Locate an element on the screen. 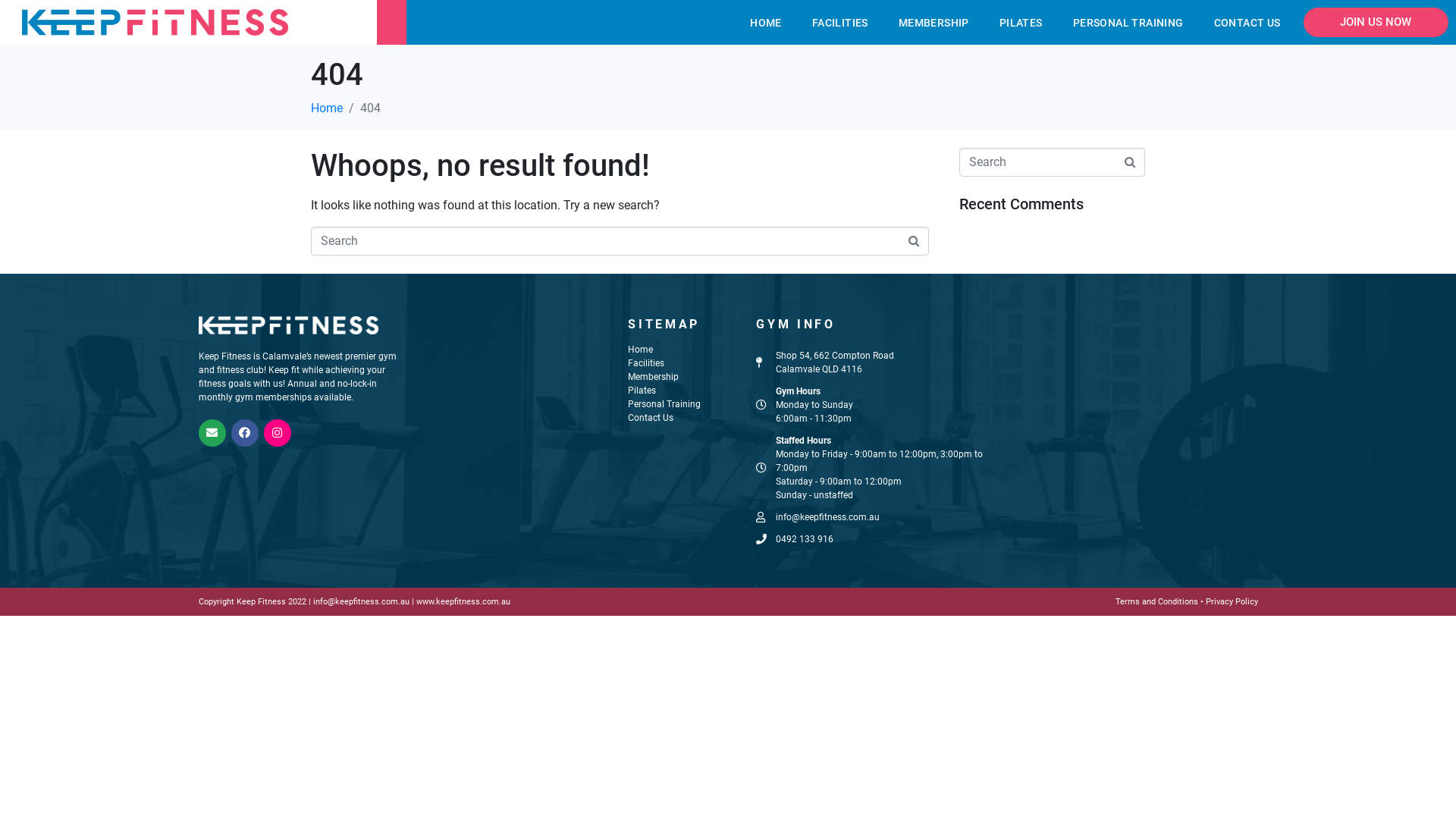  'Home' is located at coordinates (326, 107).